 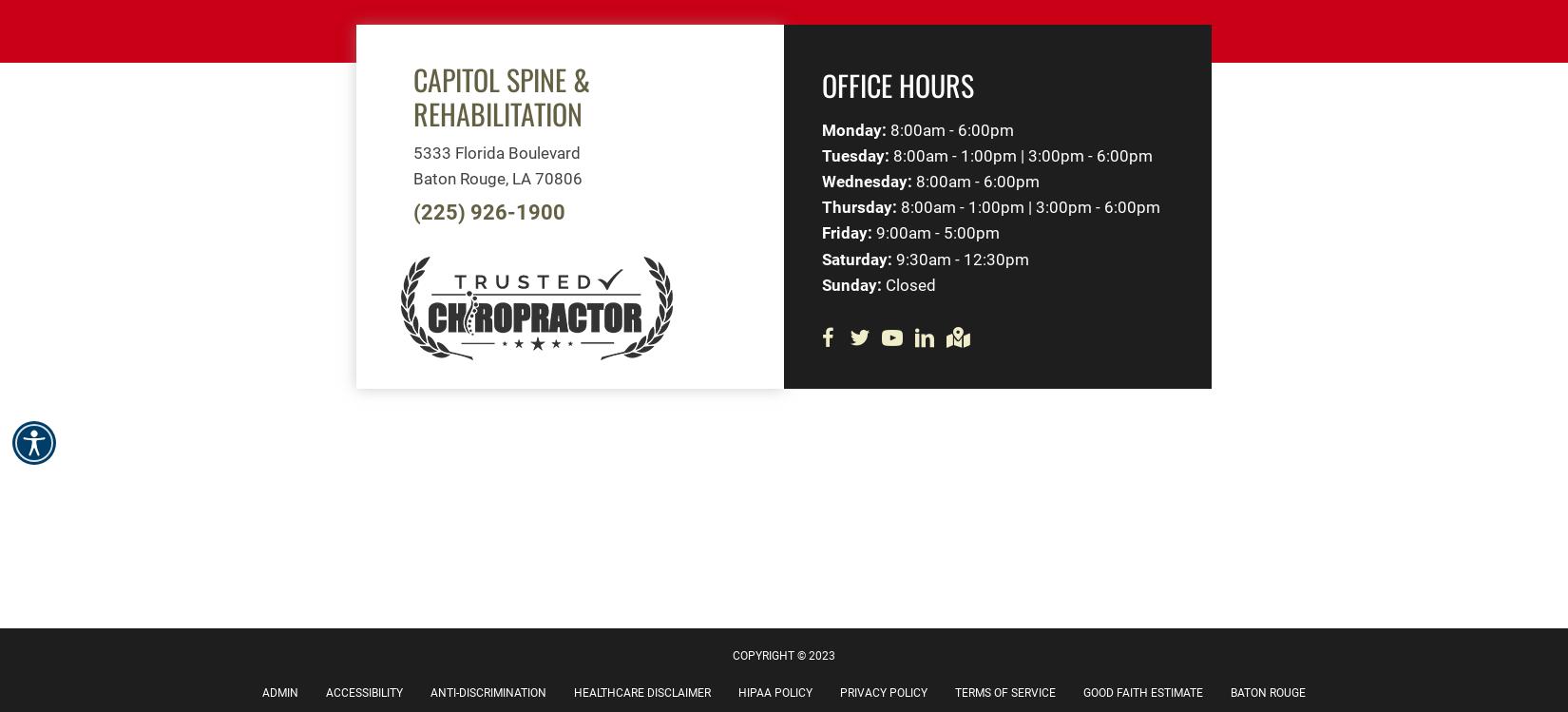 What do you see at coordinates (883, 692) in the screenshot?
I see `'Privacy Policy'` at bounding box center [883, 692].